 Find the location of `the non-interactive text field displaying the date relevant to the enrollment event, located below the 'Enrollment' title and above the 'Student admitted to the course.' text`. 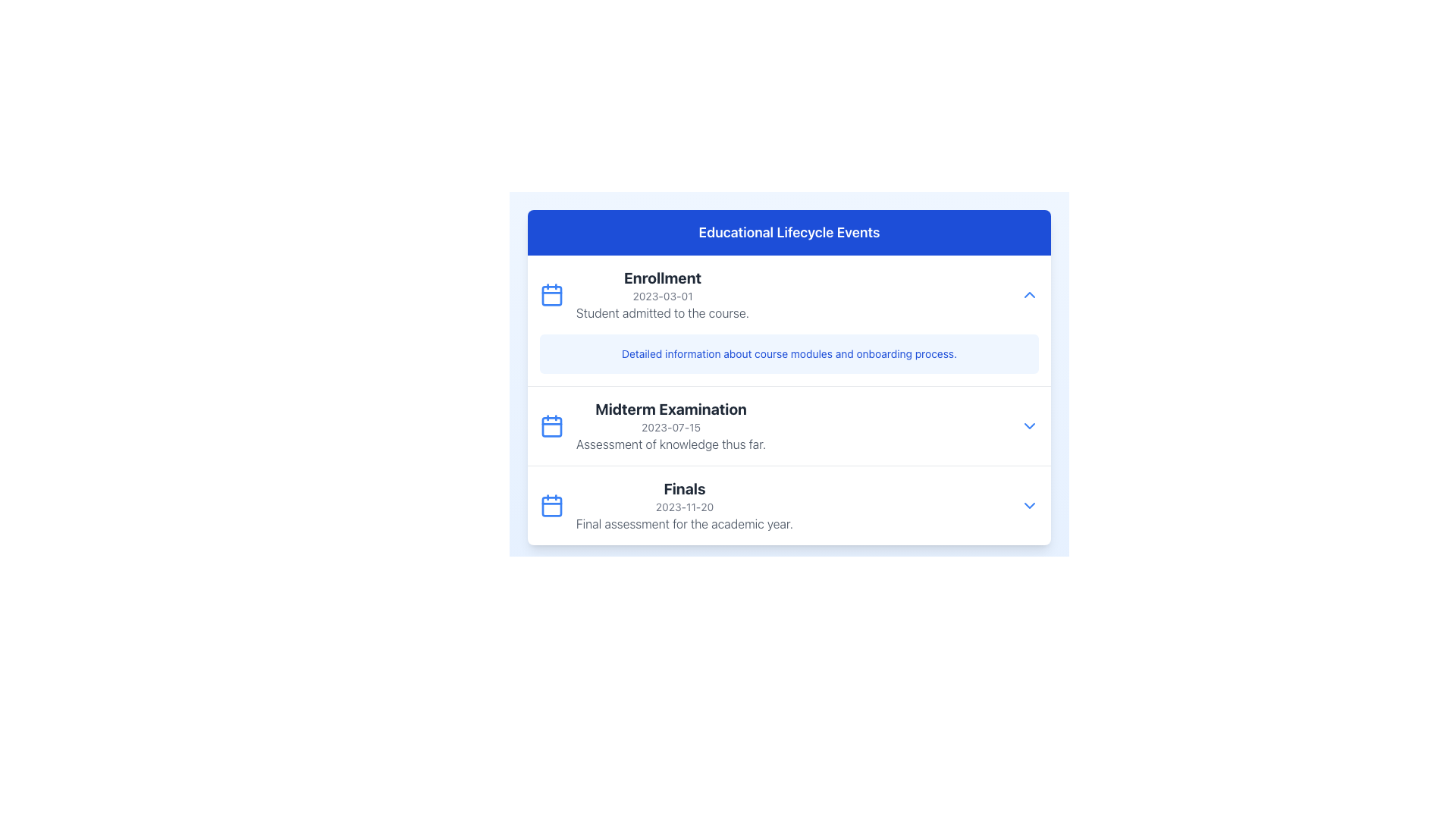

the non-interactive text field displaying the date relevant to the enrollment event, located below the 'Enrollment' title and above the 'Student admitted to the course.' text is located at coordinates (662, 296).